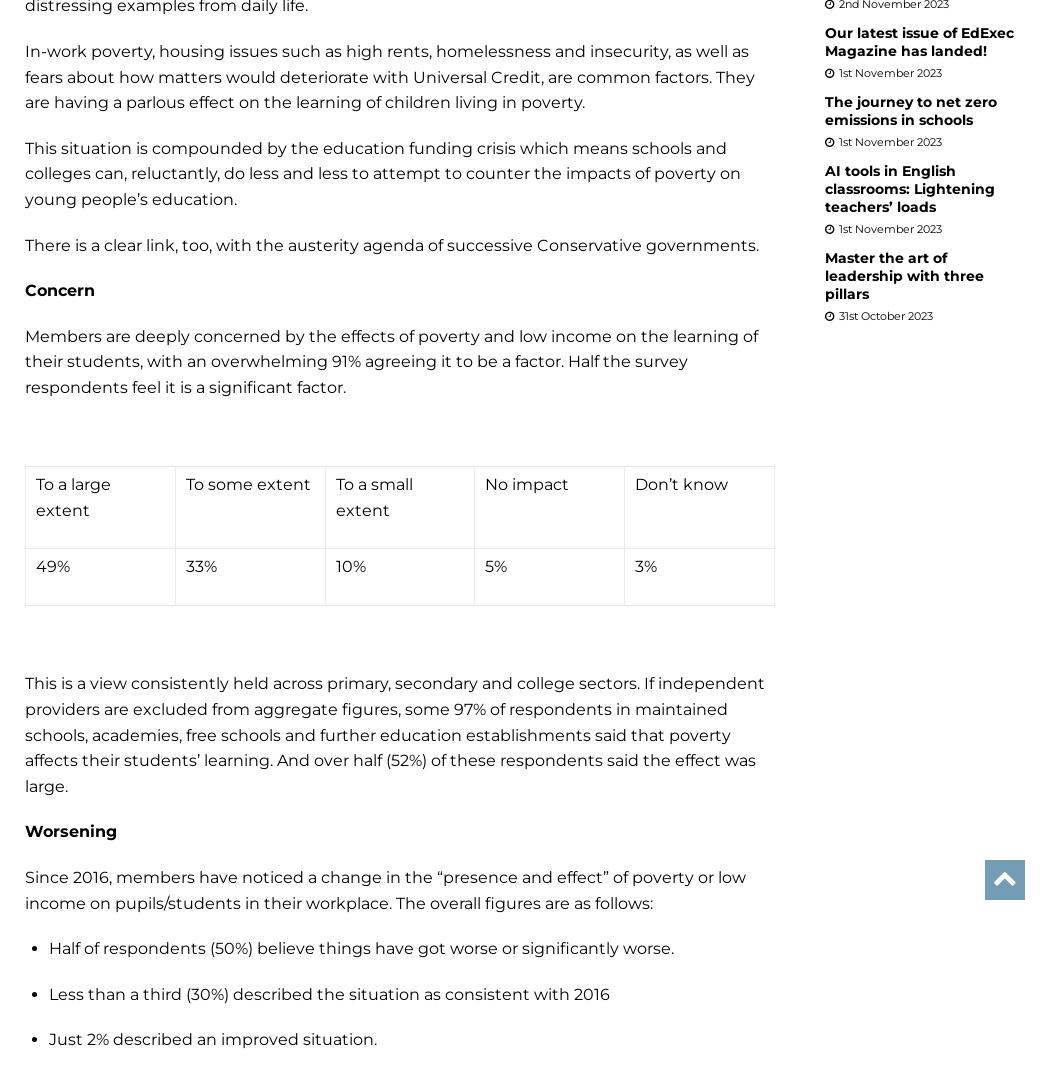  I want to click on '10%', so click(348, 566).